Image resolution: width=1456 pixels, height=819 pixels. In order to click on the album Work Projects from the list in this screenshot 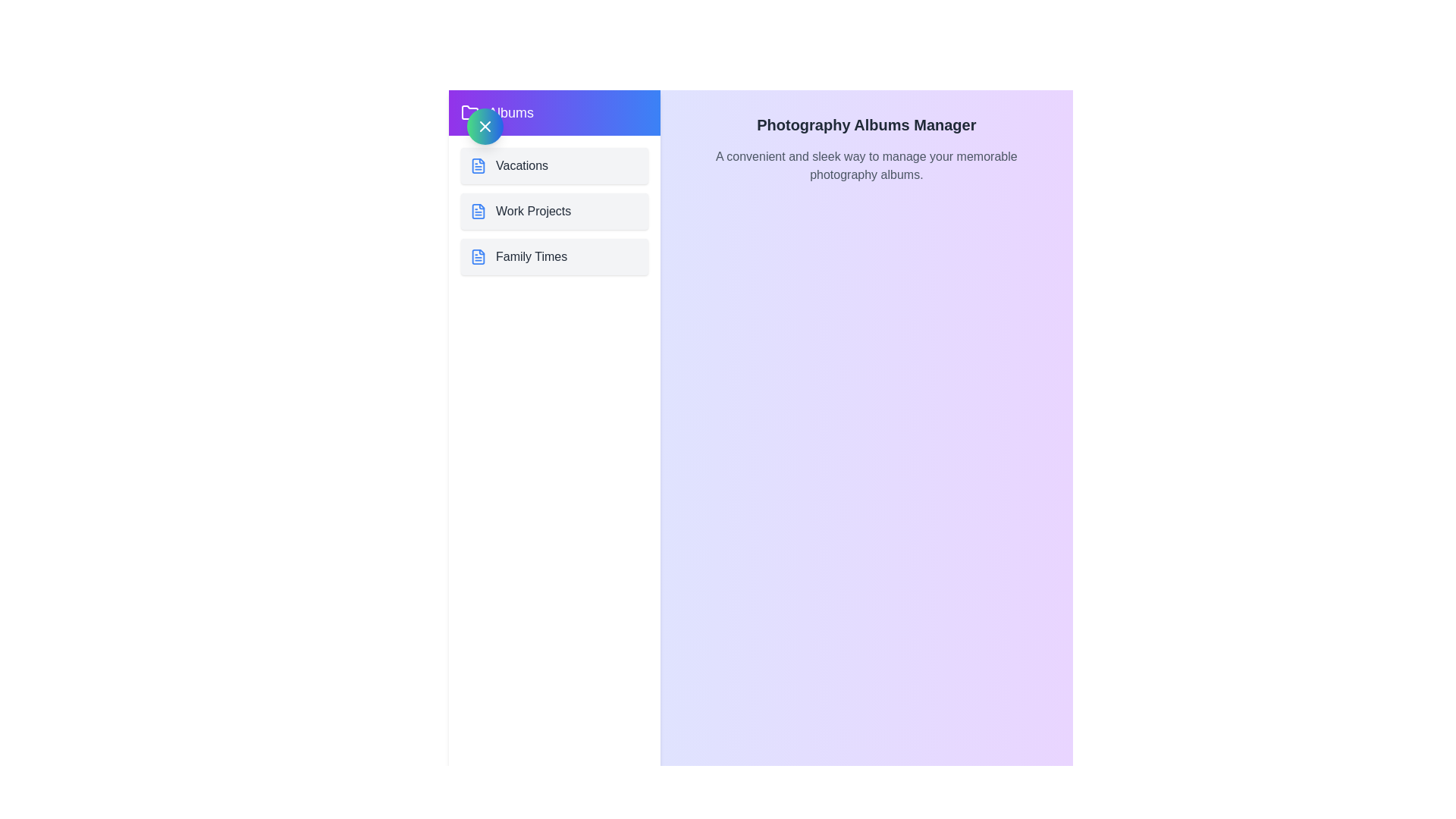, I will do `click(553, 211)`.